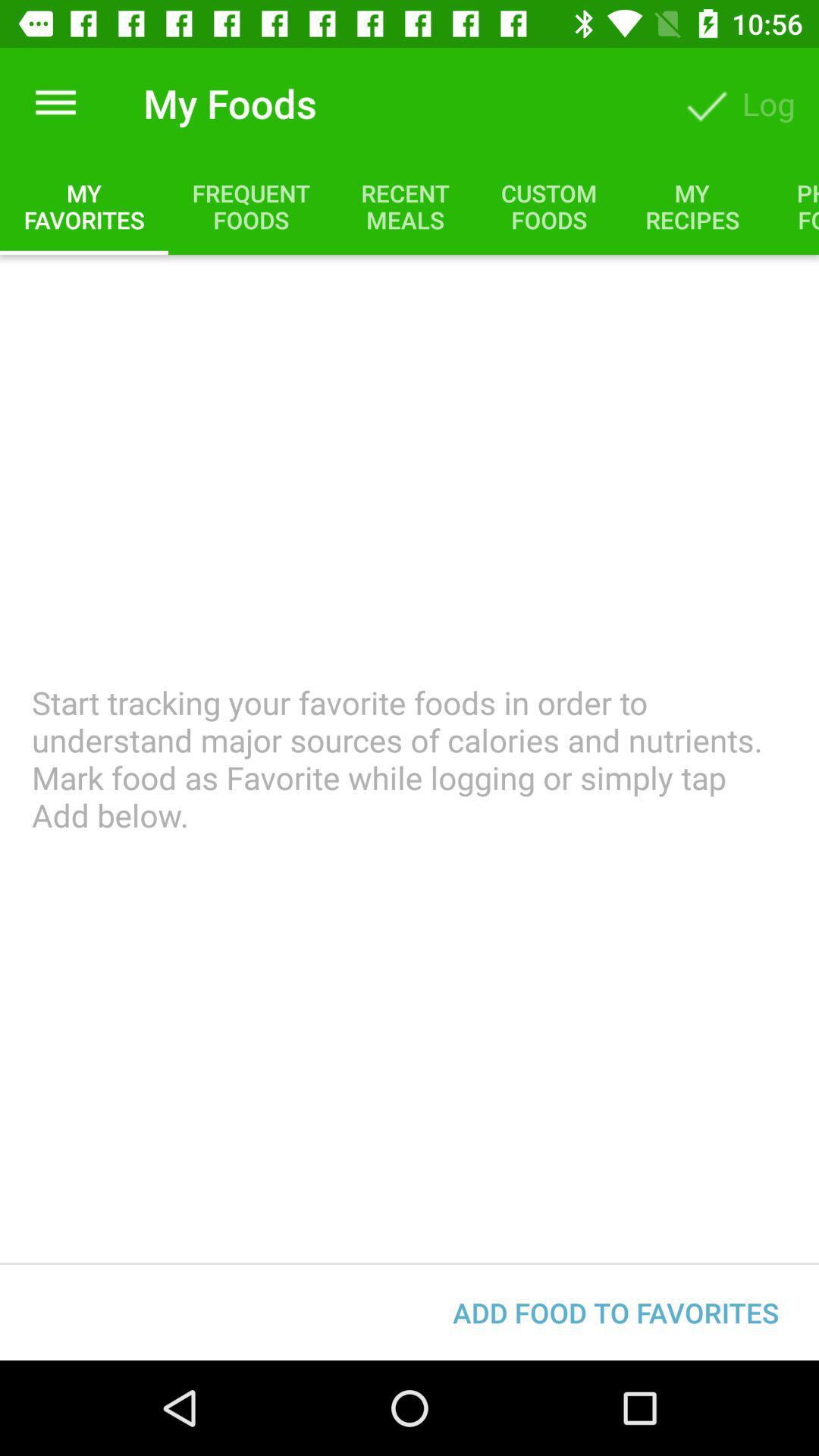 The height and width of the screenshot is (1456, 819). I want to click on the icon to the left of my foods, so click(55, 102).